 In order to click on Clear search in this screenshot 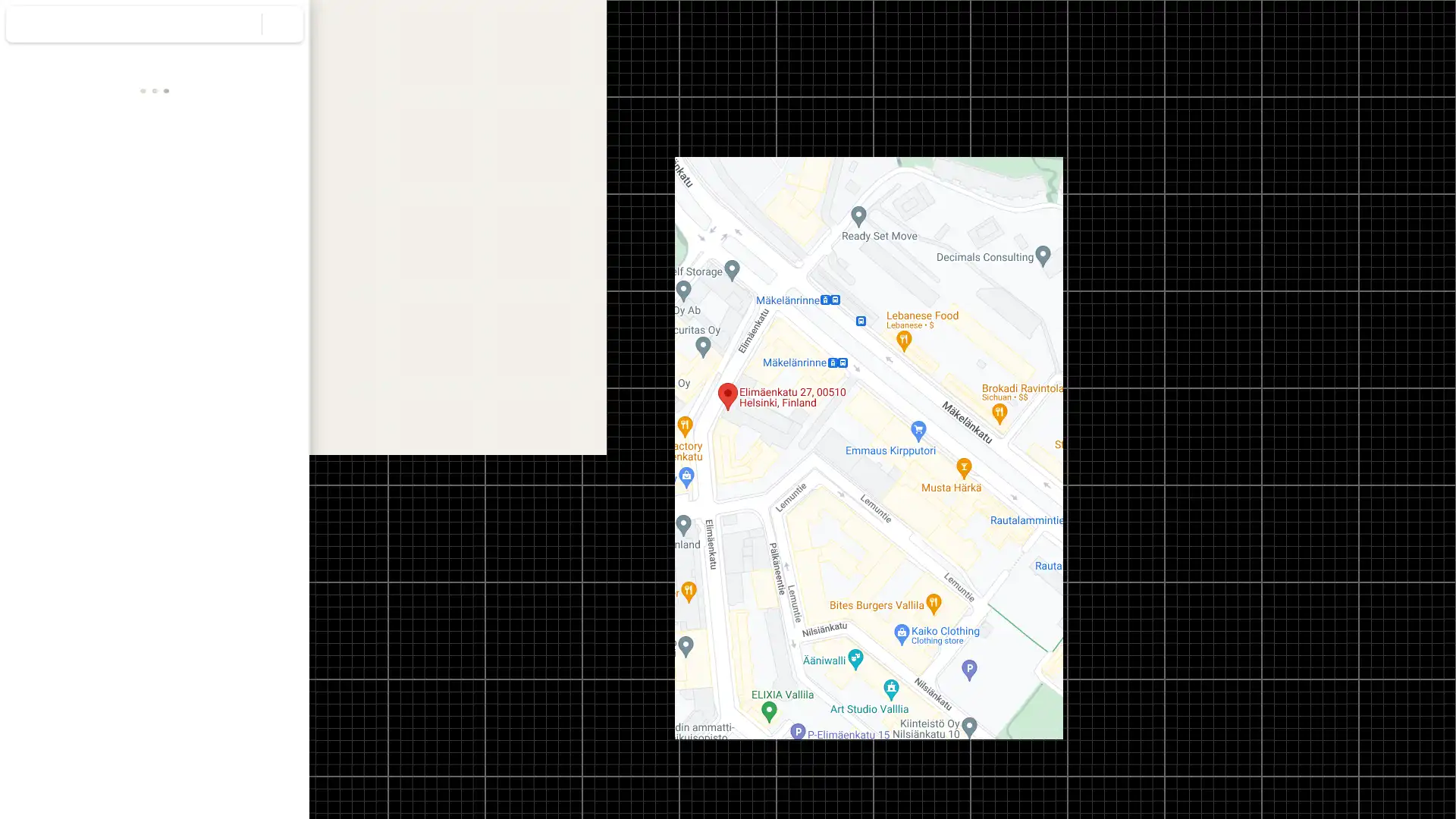, I will do `click(283, 24)`.